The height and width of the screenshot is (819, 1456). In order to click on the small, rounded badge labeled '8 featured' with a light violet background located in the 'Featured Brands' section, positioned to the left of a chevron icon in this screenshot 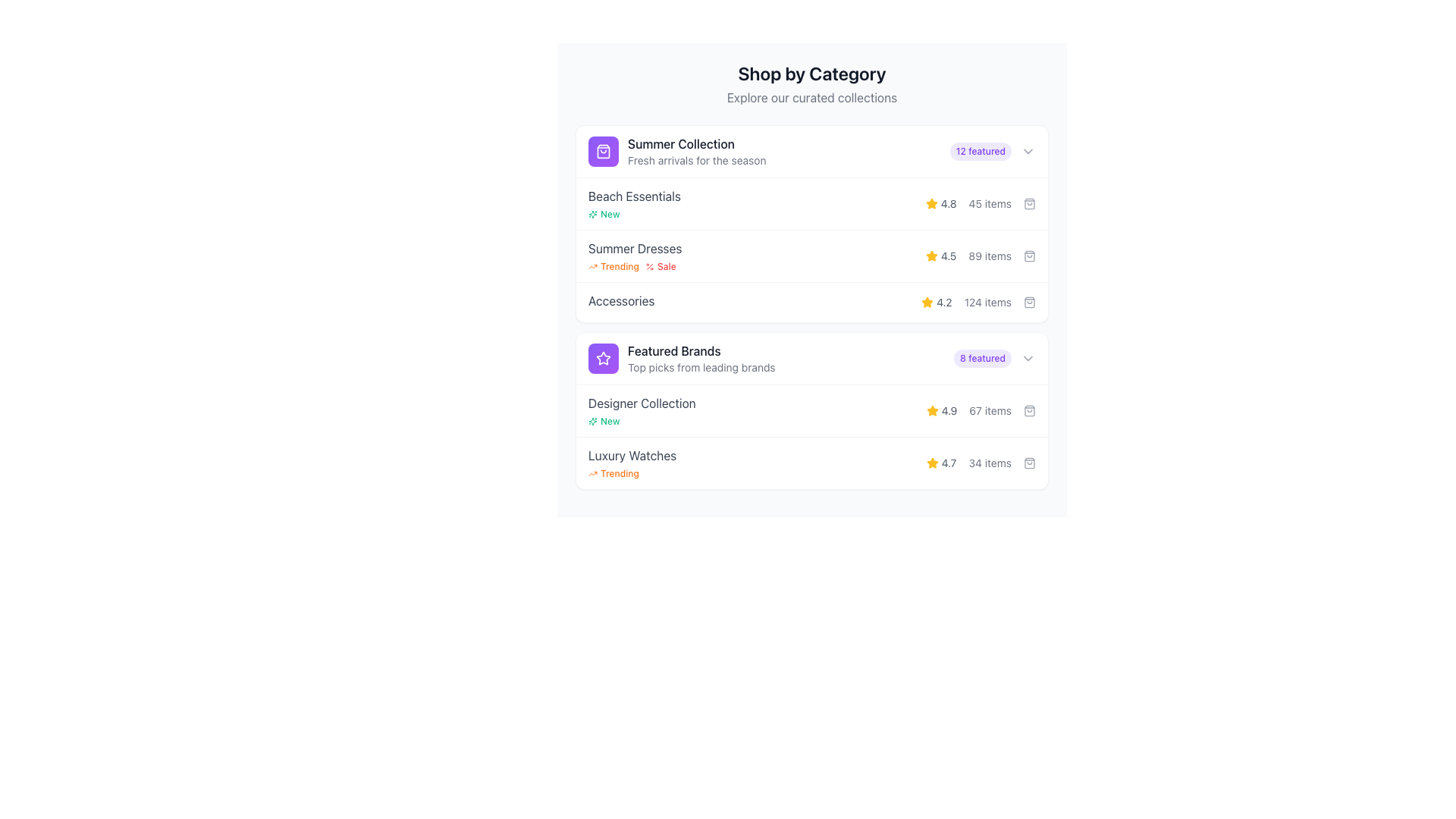, I will do `click(983, 359)`.